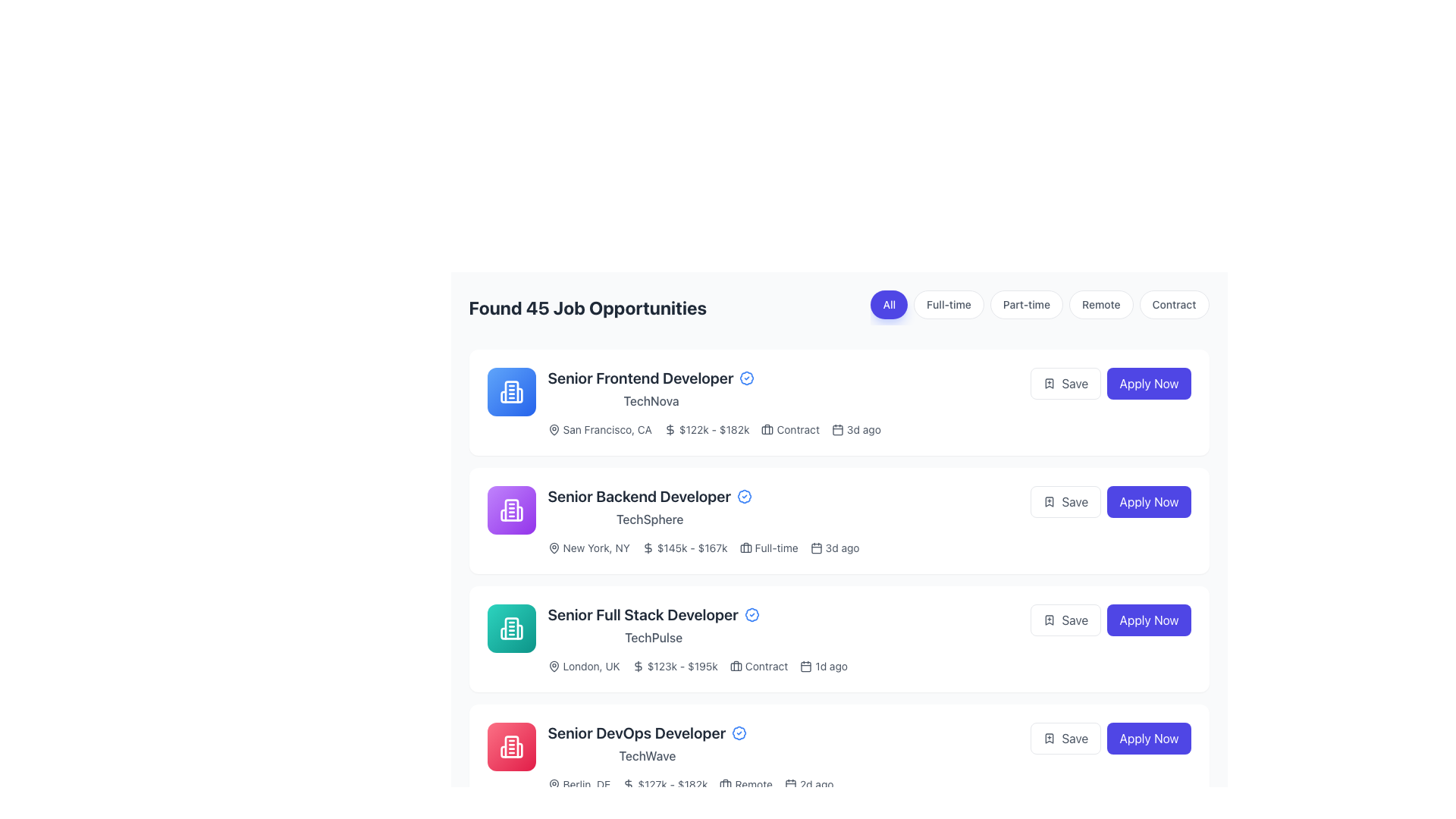 The width and height of the screenshot is (1456, 819). Describe the element at coordinates (1173, 304) in the screenshot. I see `the 'Contract' button, which is the fifth button in a horizontal set of filter buttons at the top-right corner of the job listing interface` at that location.